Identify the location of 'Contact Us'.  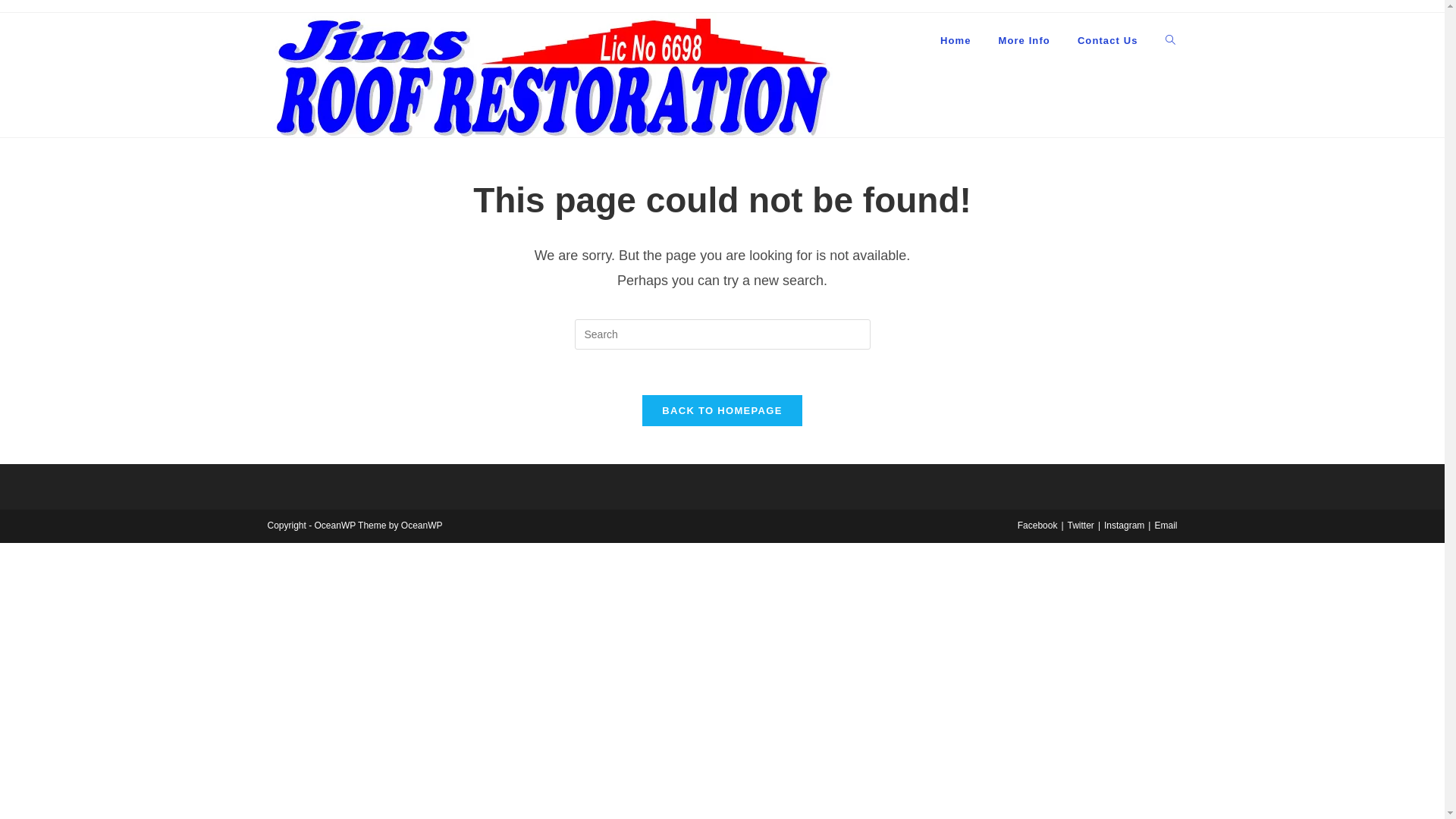
(1062, 40).